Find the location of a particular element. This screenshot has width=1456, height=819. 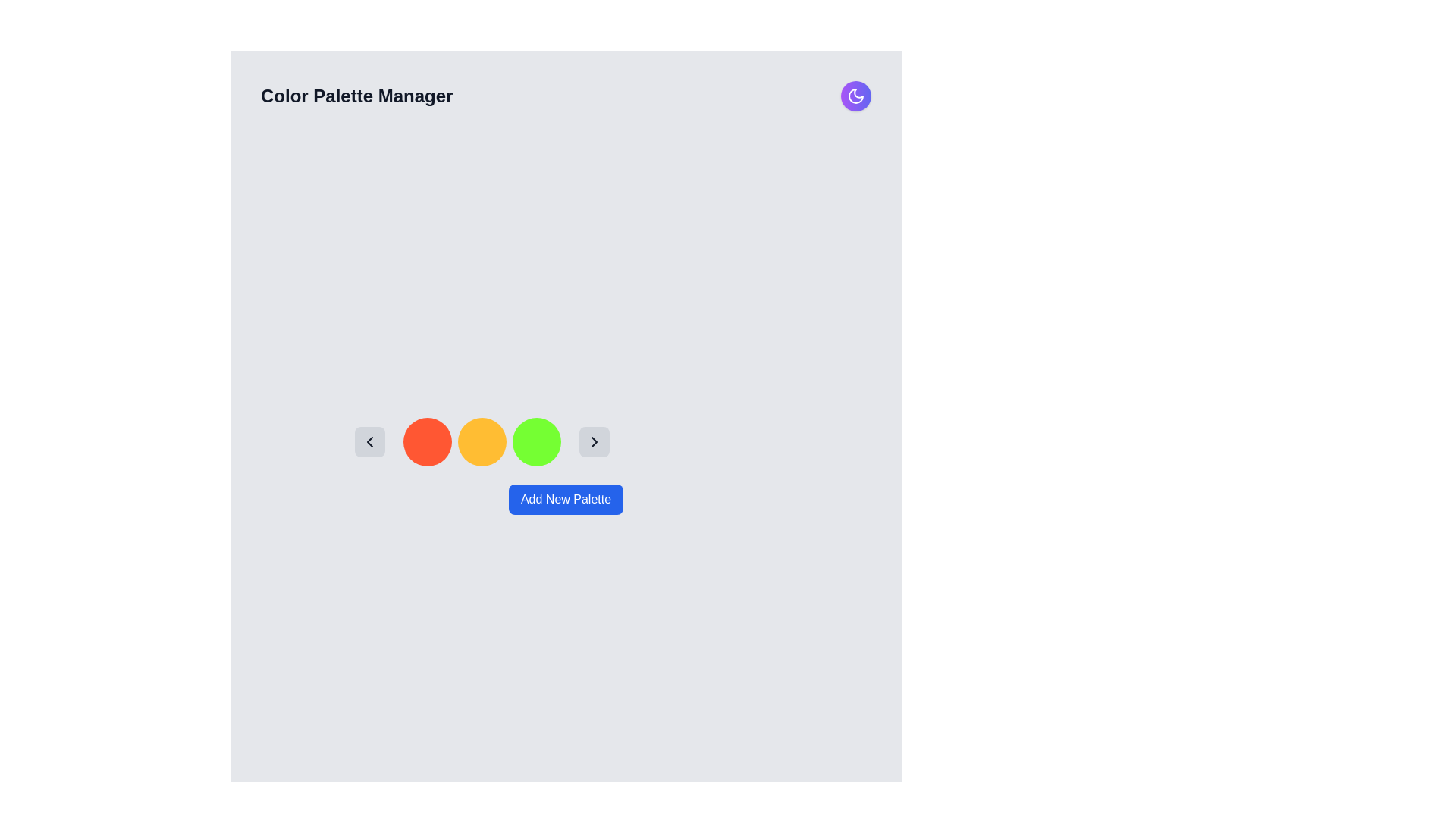

the rightmost navigation button to trigger hover effects, which is located to the right of three circular items in primary colors (orange, yellow, green) and aligned vertically with them is located at coordinates (593, 441).